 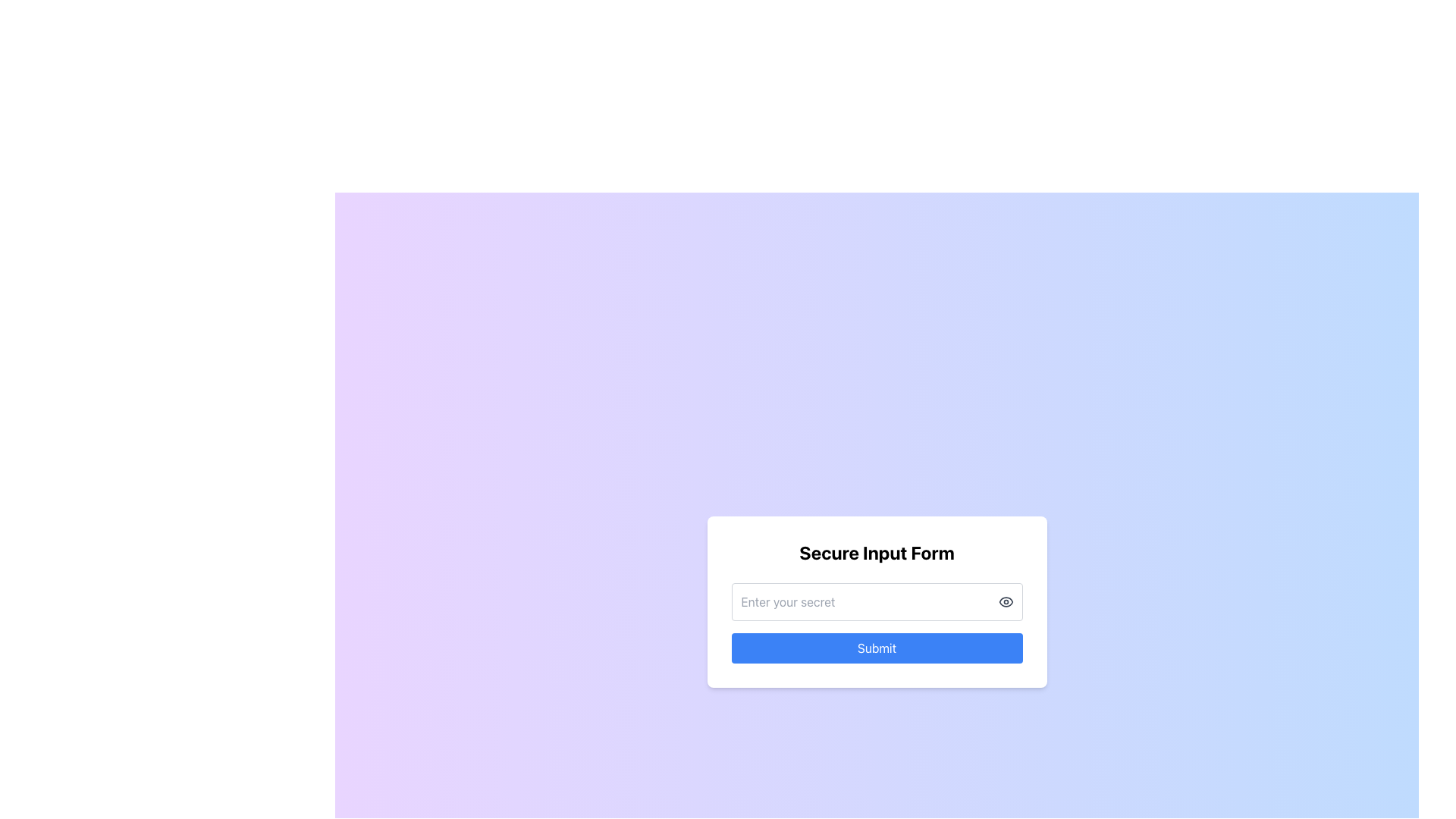 What do you see at coordinates (877, 648) in the screenshot?
I see `the 'Submit' button with rounded corners and a blue background` at bounding box center [877, 648].